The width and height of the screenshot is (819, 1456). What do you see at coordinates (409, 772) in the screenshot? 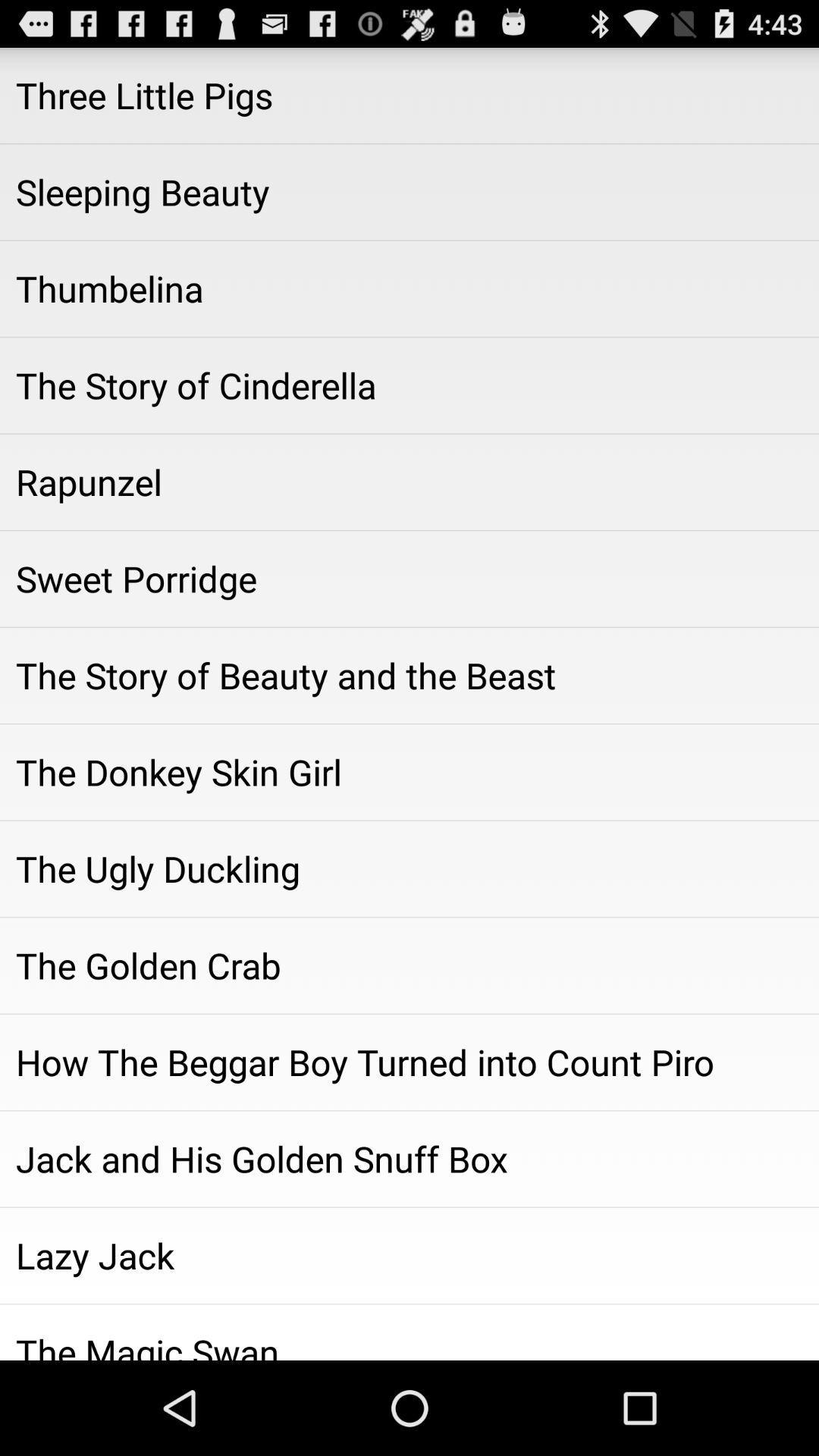
I see `icon above the ugly duckling` at bounding box center [409, 772].